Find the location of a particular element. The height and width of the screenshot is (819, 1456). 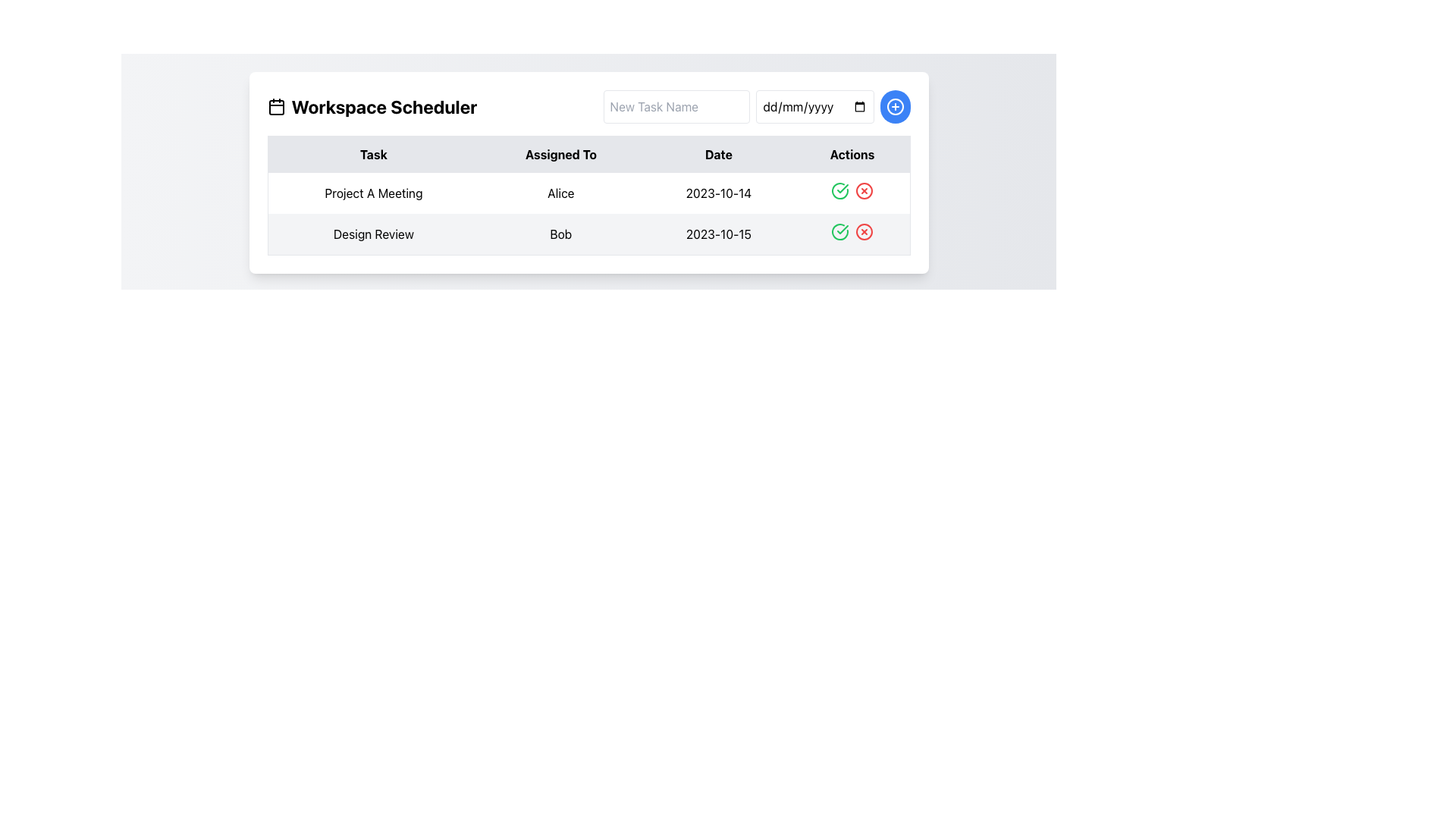

the text label displaying 'Design Review' in bold black font, located in the second row, first column of a table under the 'Task' heading is located at coordinates (373, 234).